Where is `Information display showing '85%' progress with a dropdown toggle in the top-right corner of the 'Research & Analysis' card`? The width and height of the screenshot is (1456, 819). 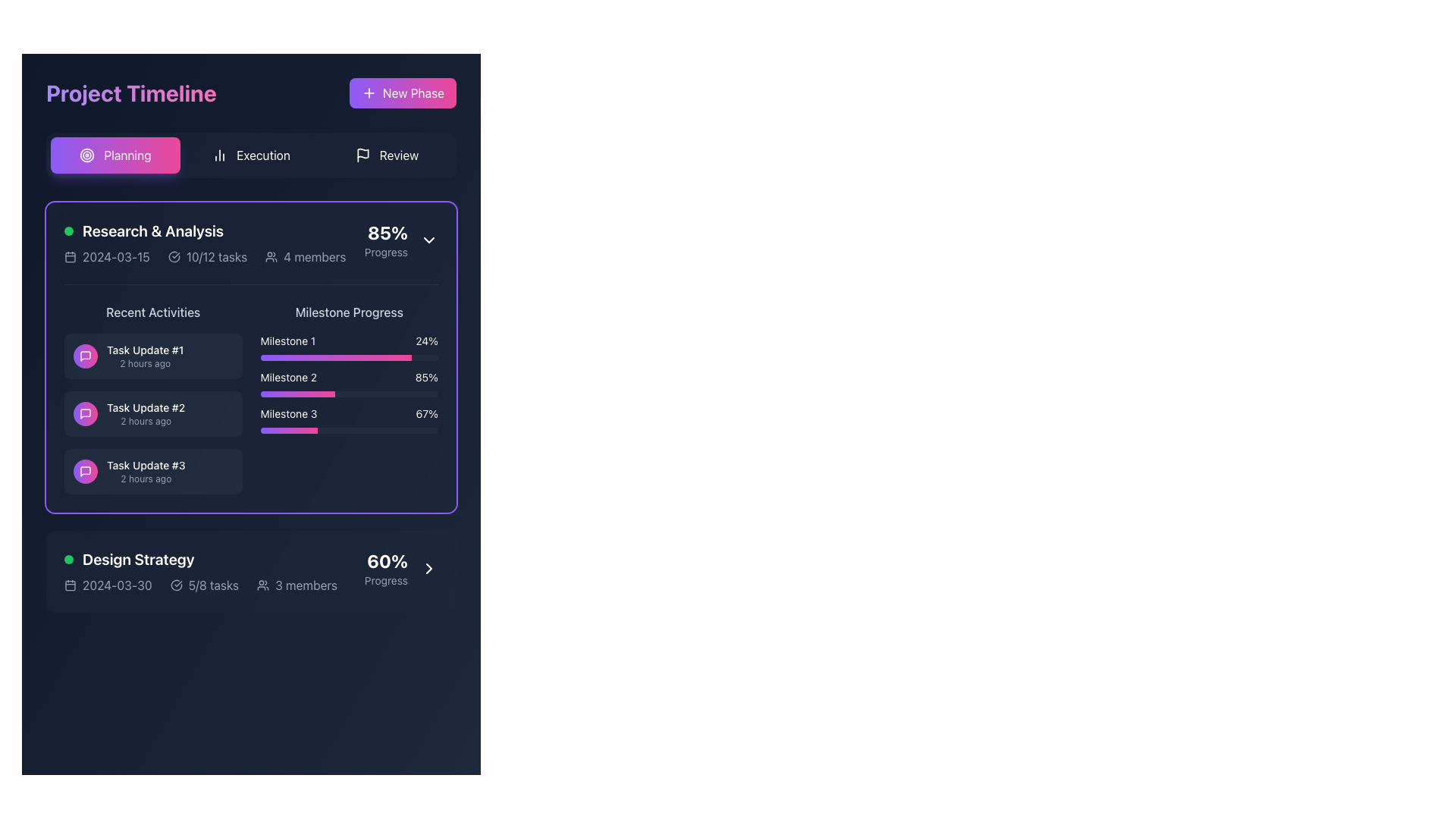
Information display showing '85%' progress with a dropdown toggle in the top-right corner of the 'Research & Analysis' card is located at coordinates (401, 239).